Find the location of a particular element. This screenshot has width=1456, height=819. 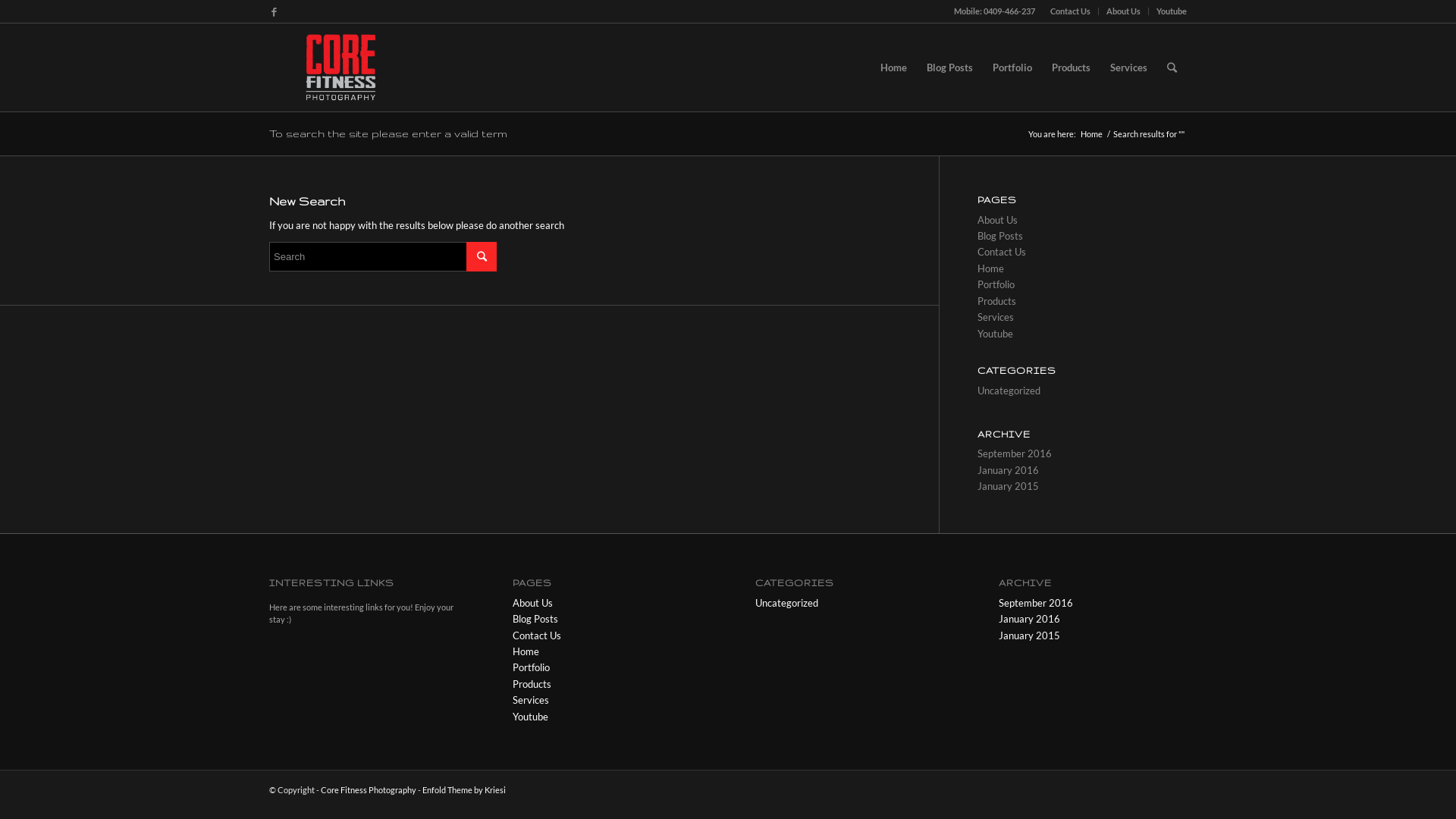

'January 2016' is located at coordinates (1029, 619).